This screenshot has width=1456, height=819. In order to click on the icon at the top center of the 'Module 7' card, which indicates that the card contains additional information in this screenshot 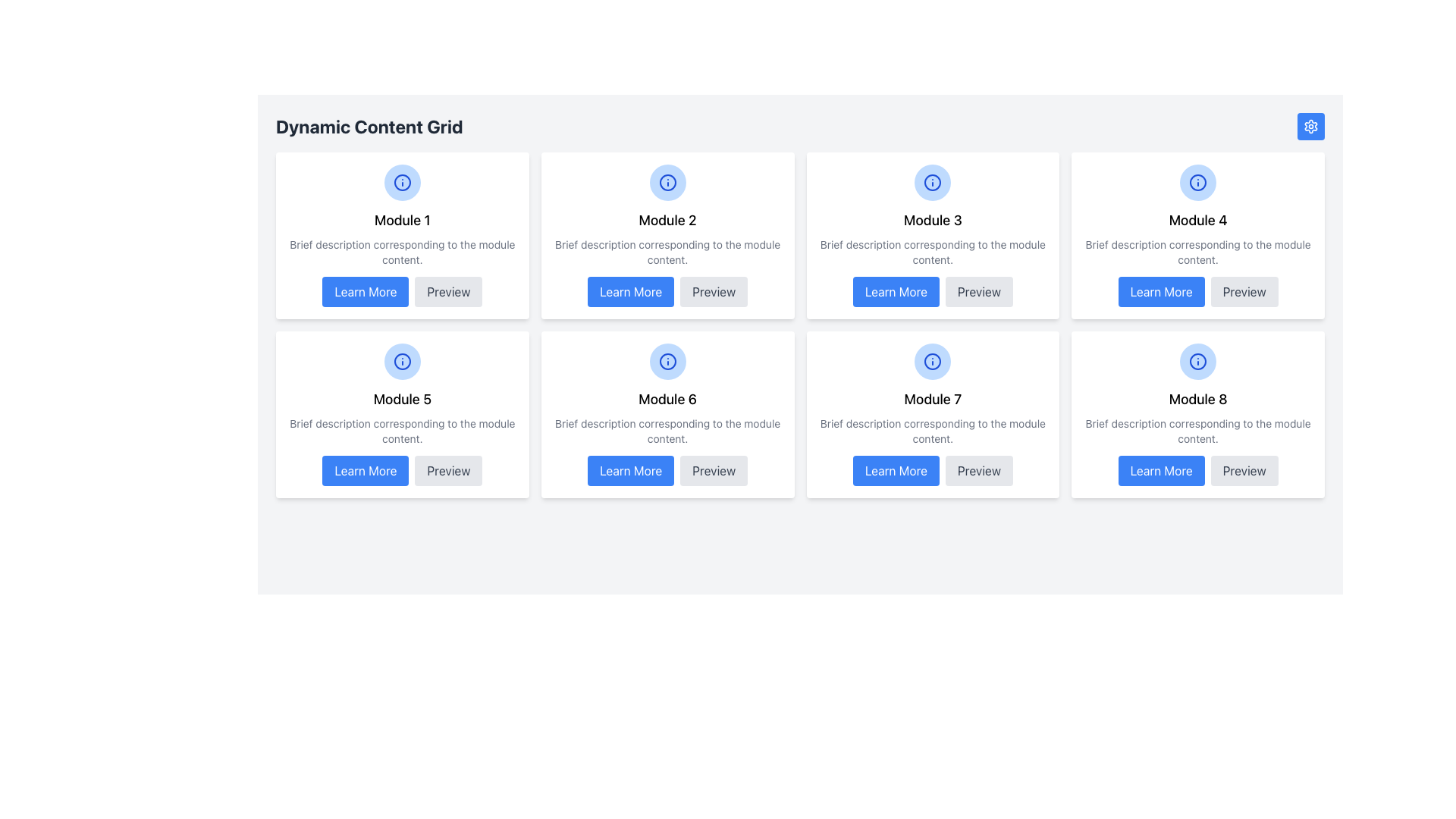, I will do `click(932, 362)`.